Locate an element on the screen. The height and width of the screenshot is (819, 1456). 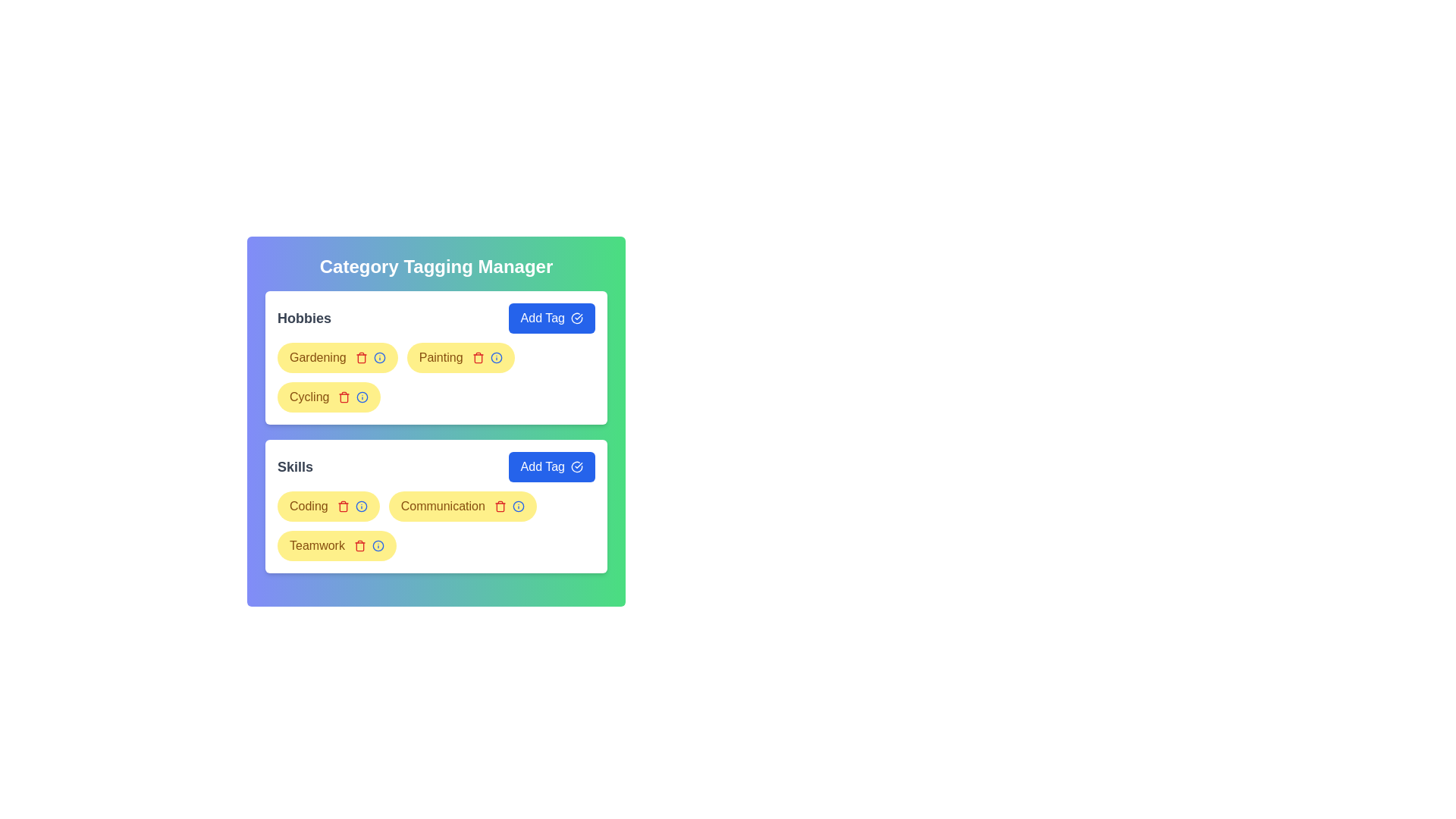
the 'Coding' tag with a yellow background and attached icons is located at coordinates (328, 506).